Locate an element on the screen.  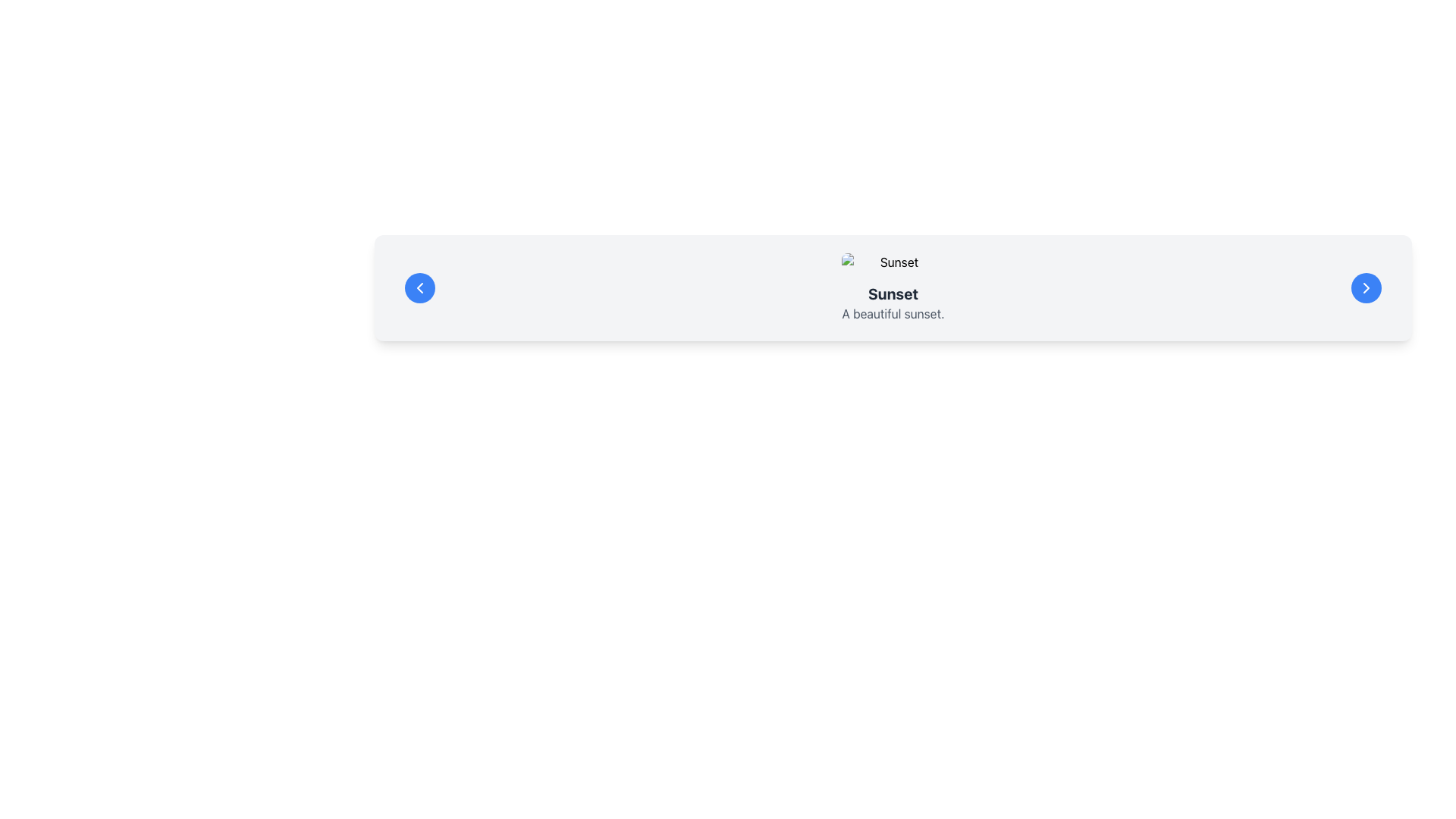
the text element reading 'A beautiful sunset.' which is styled in gray and positioned under the title 'Sunset' is located at coordinates (893, 312).